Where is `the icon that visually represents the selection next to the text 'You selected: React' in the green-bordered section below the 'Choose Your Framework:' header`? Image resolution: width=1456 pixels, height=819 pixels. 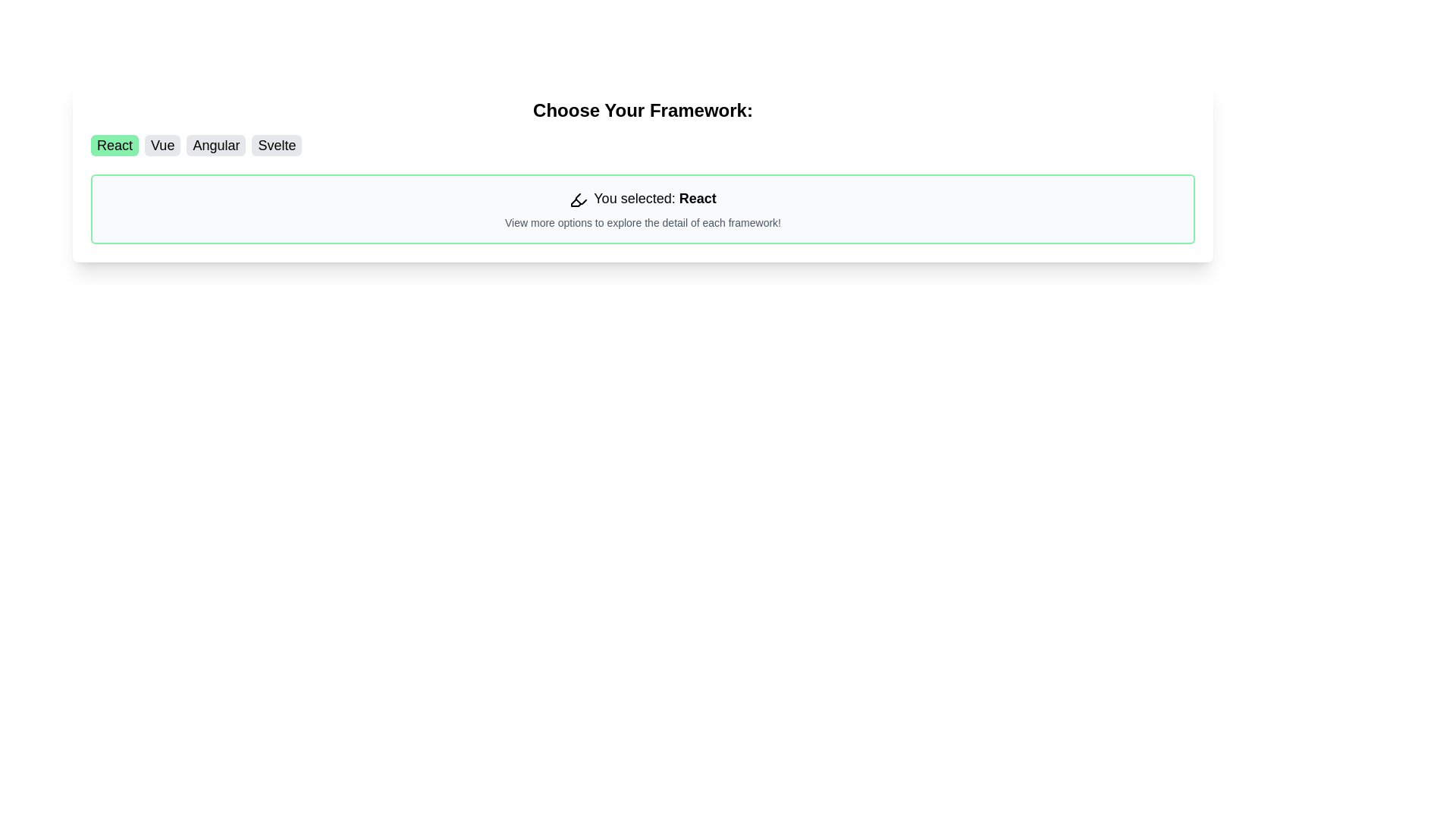
the icon that visually represents the selection next to the text 'You selected: React' in the green-bordered section below the 'Choose Your Framework:' header is located at coordinates (578, 199).